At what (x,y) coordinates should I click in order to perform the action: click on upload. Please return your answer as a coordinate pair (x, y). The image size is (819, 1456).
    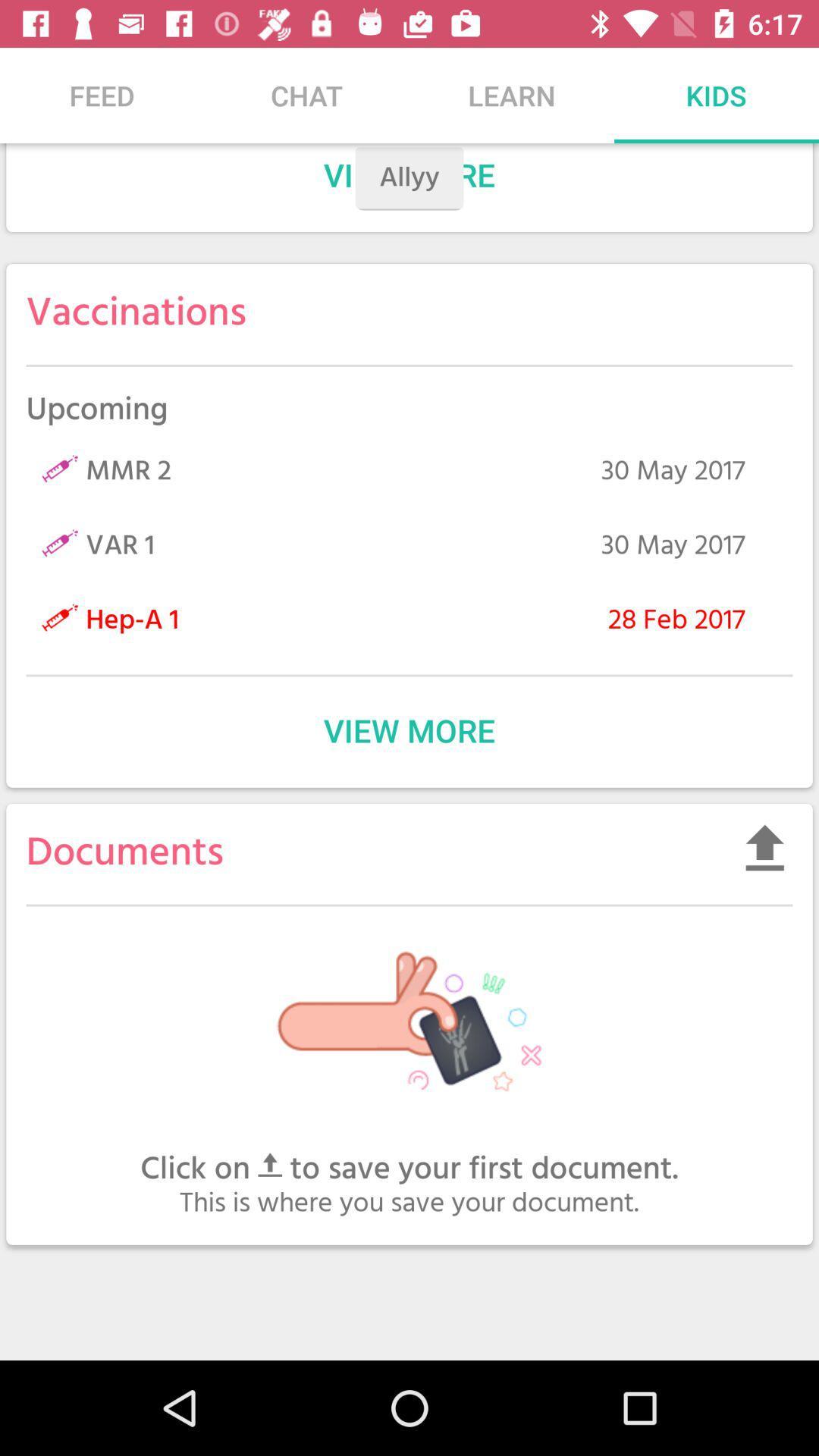
    Looking at the image, I should click on (764, 846).